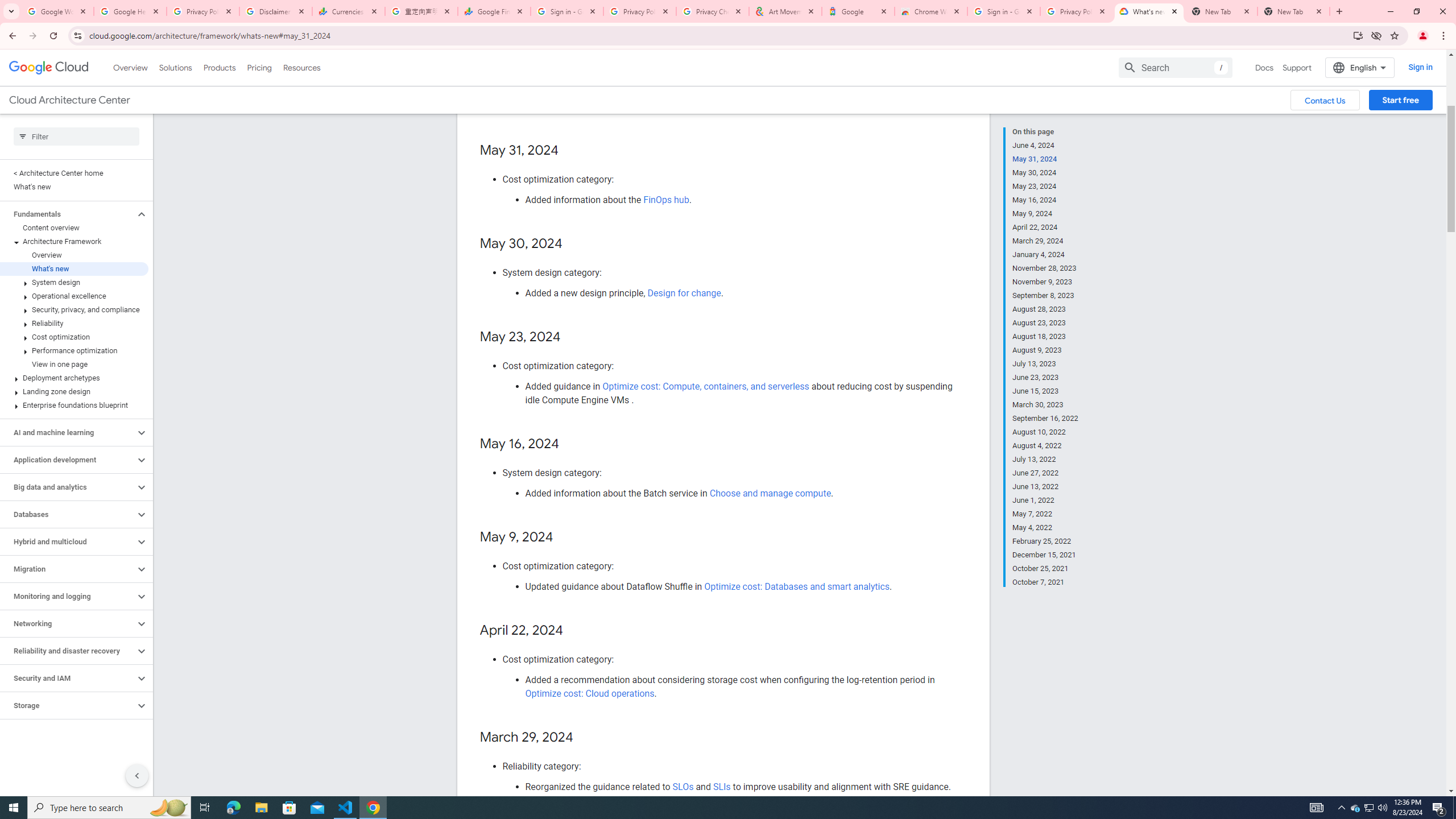 This screenshot has width=1456, height=819. I want to click on 'Enterprise foundations blueprint', so click(74, 405).